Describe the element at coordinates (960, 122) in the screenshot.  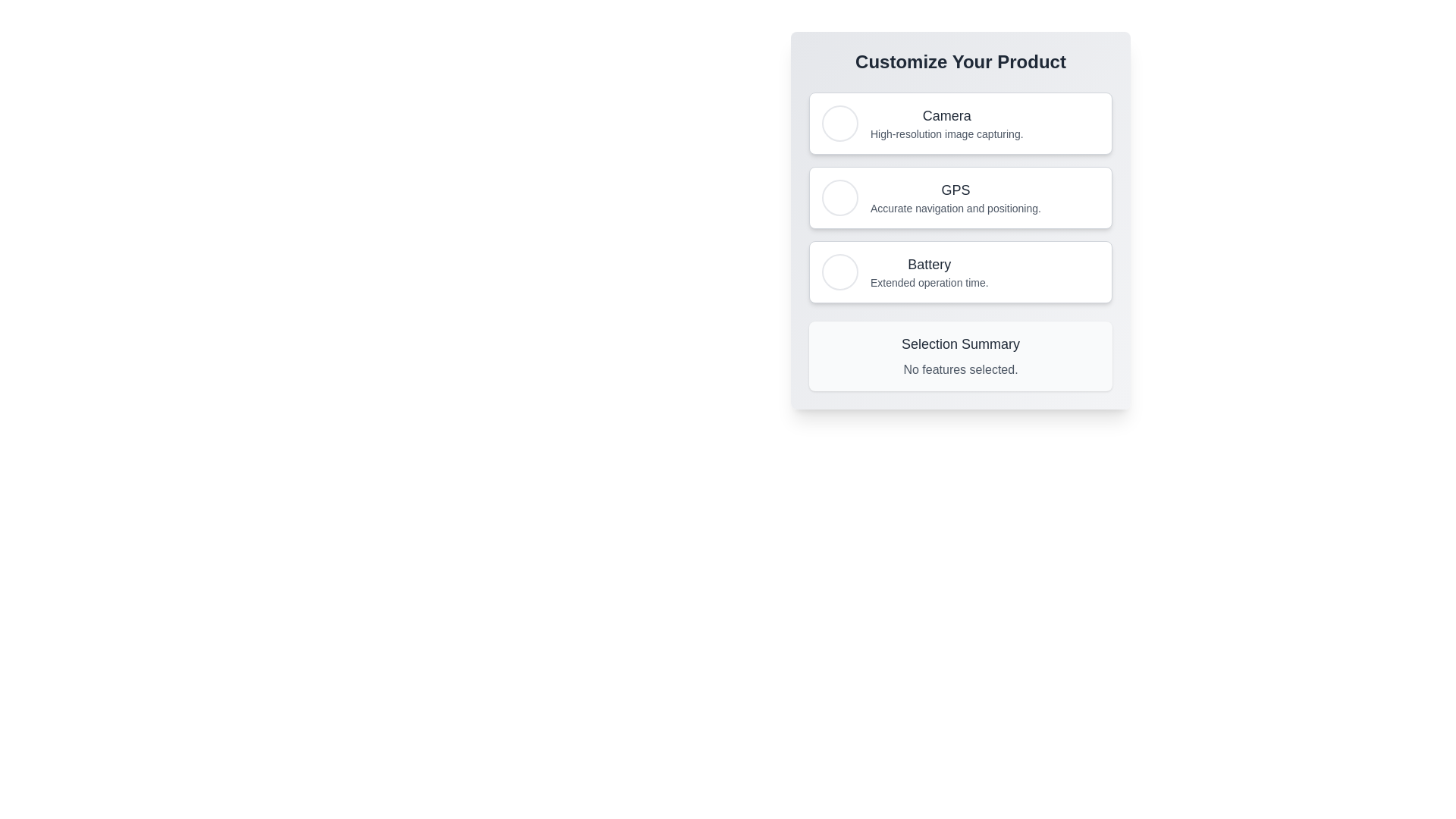
I see `the first selectable option labeled 'Camera'` at that location.